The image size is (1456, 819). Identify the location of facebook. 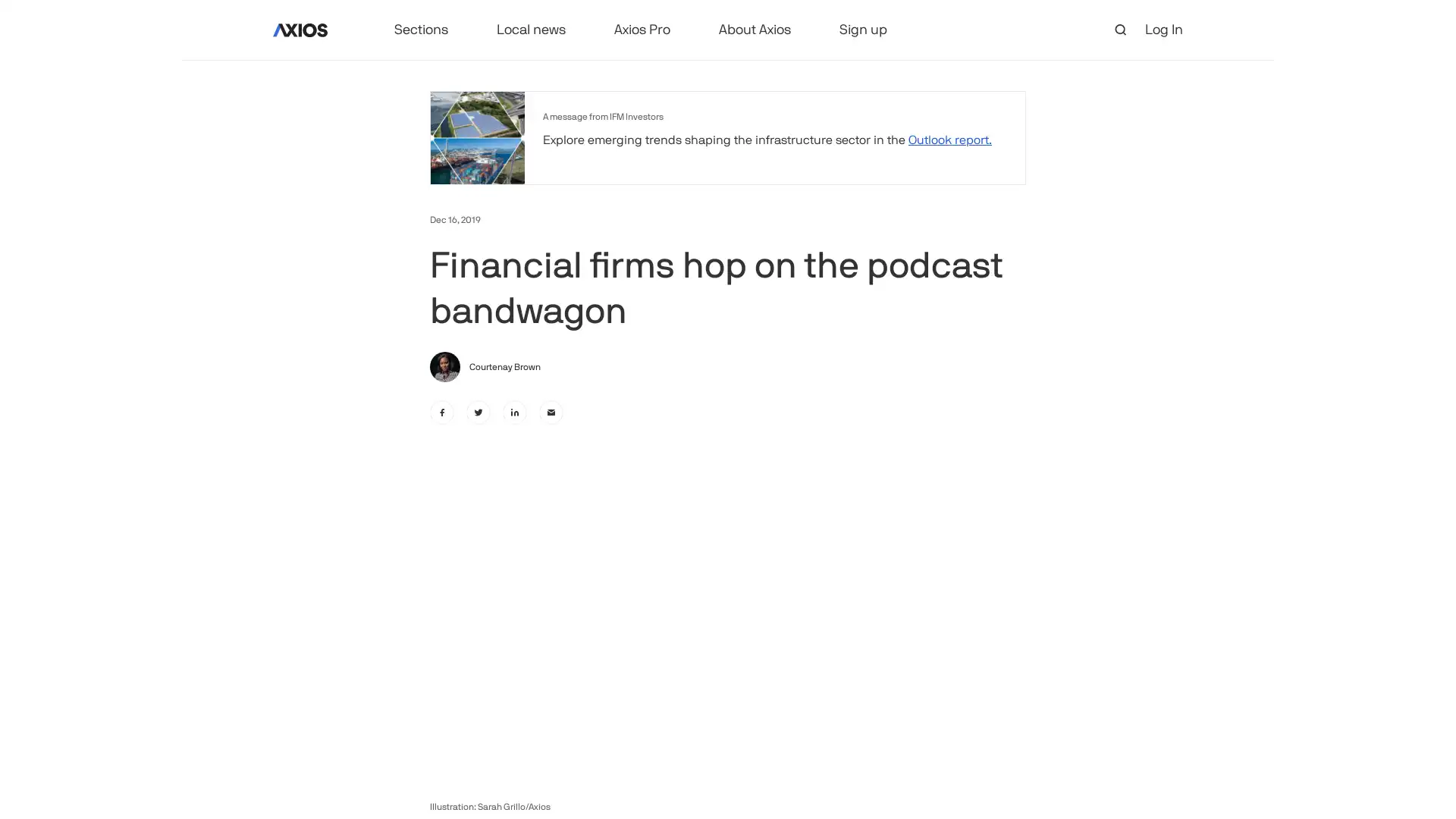
(440, 412).